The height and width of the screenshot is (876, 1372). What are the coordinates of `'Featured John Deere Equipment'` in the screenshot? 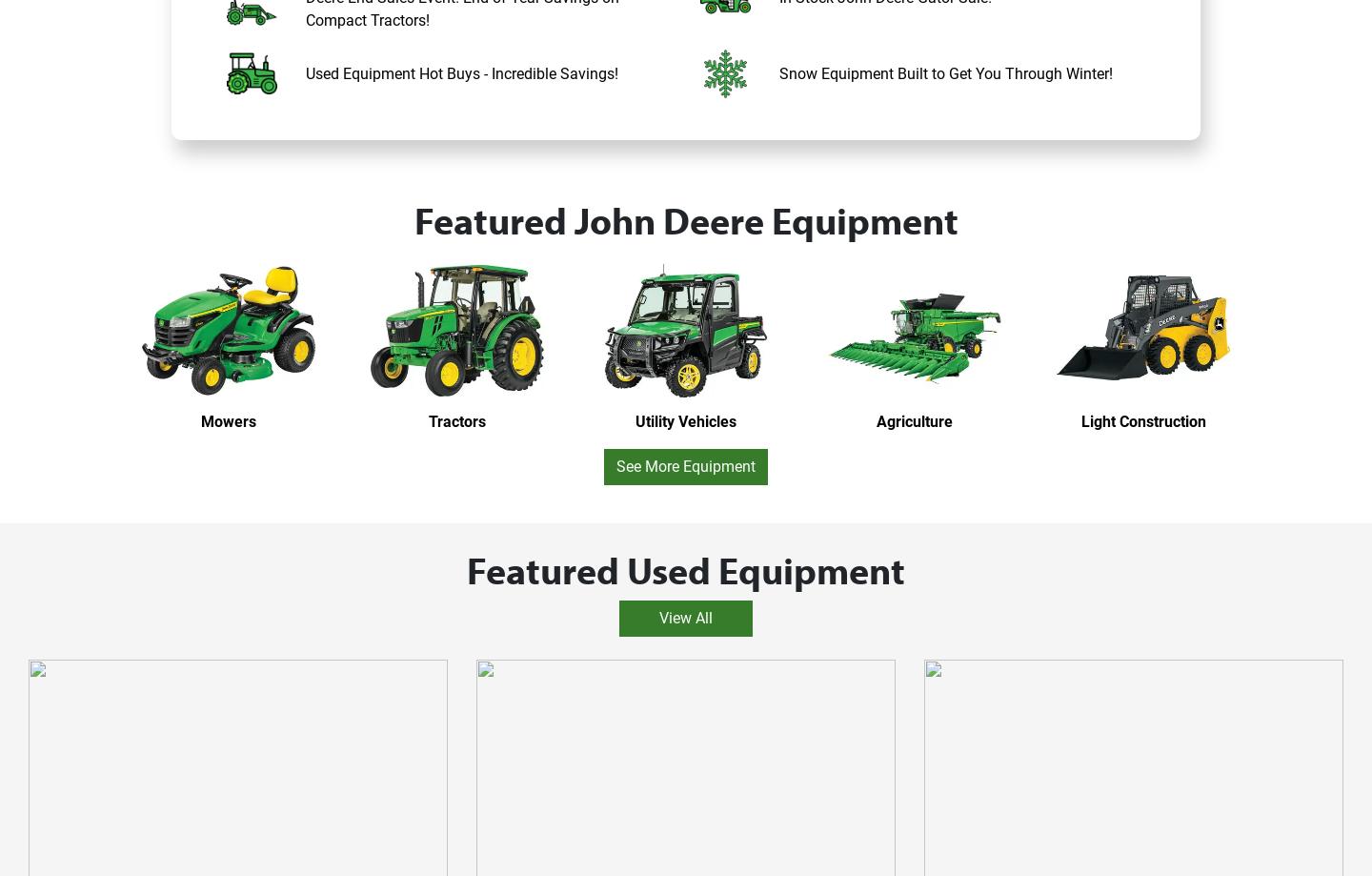 It's located at (685, 218).